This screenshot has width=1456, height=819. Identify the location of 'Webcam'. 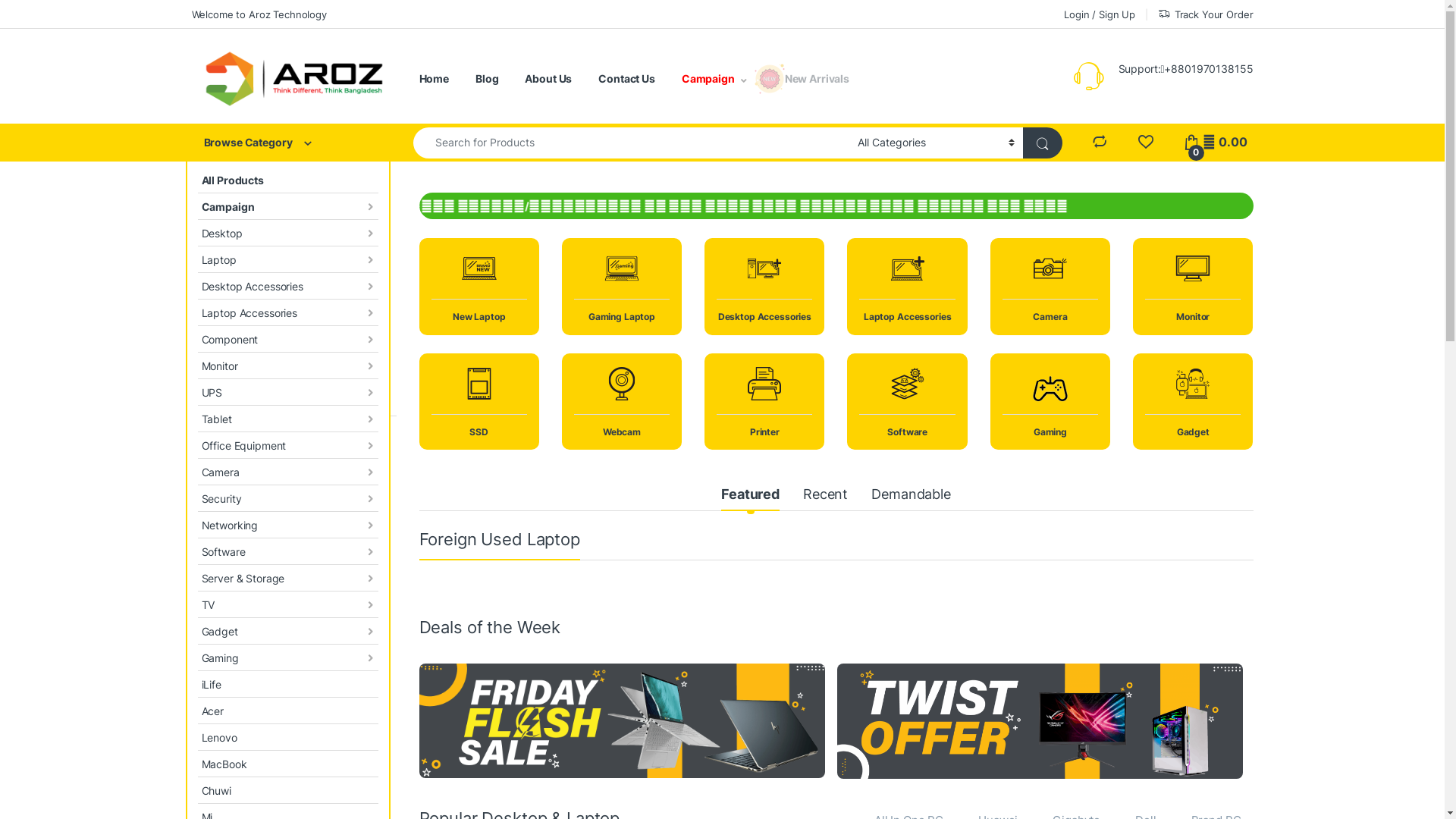
(622, 400).